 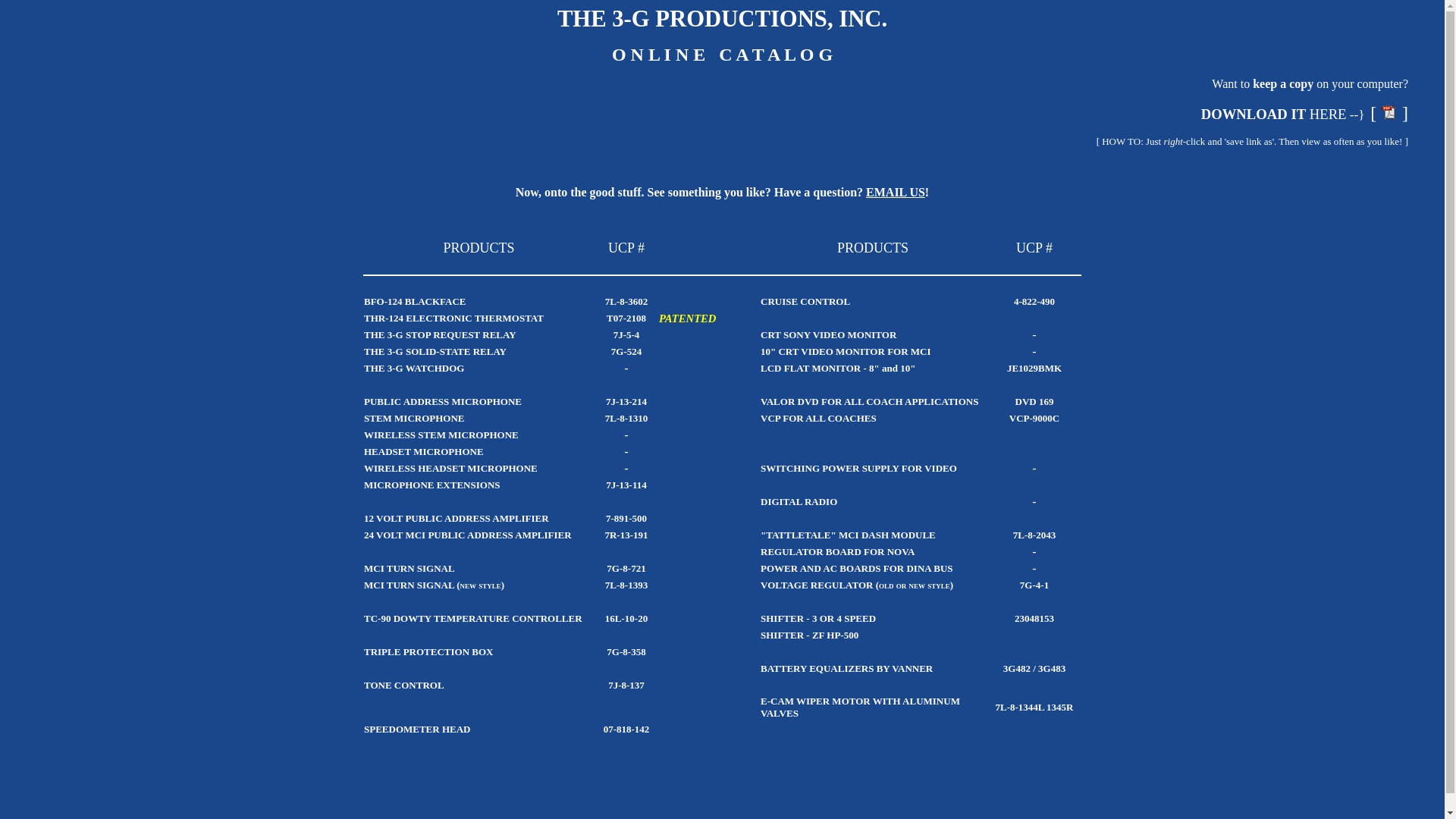 What do you see at coordinates (364, 450) in the screenshot?
I see `'HEADSET MICROPHONE'` at bounding box center [364, 450].